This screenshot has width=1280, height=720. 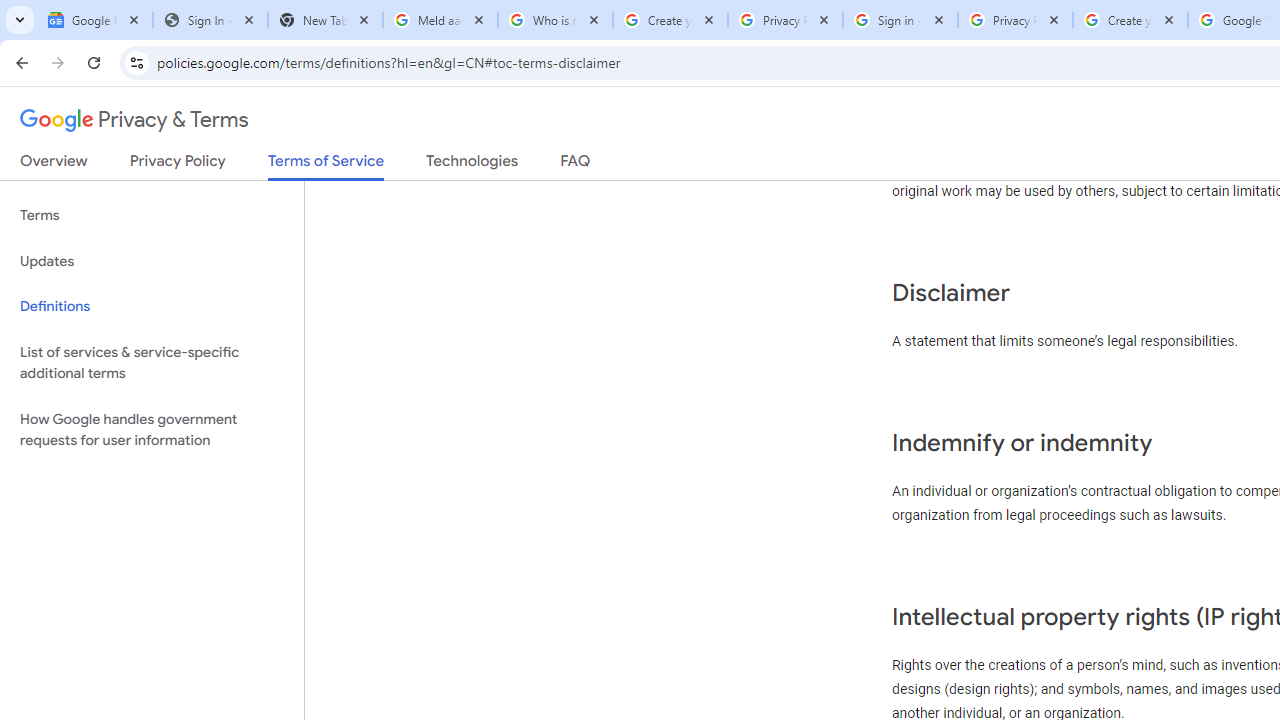 I want to click on 'Updates', so click(x=151, y=260).